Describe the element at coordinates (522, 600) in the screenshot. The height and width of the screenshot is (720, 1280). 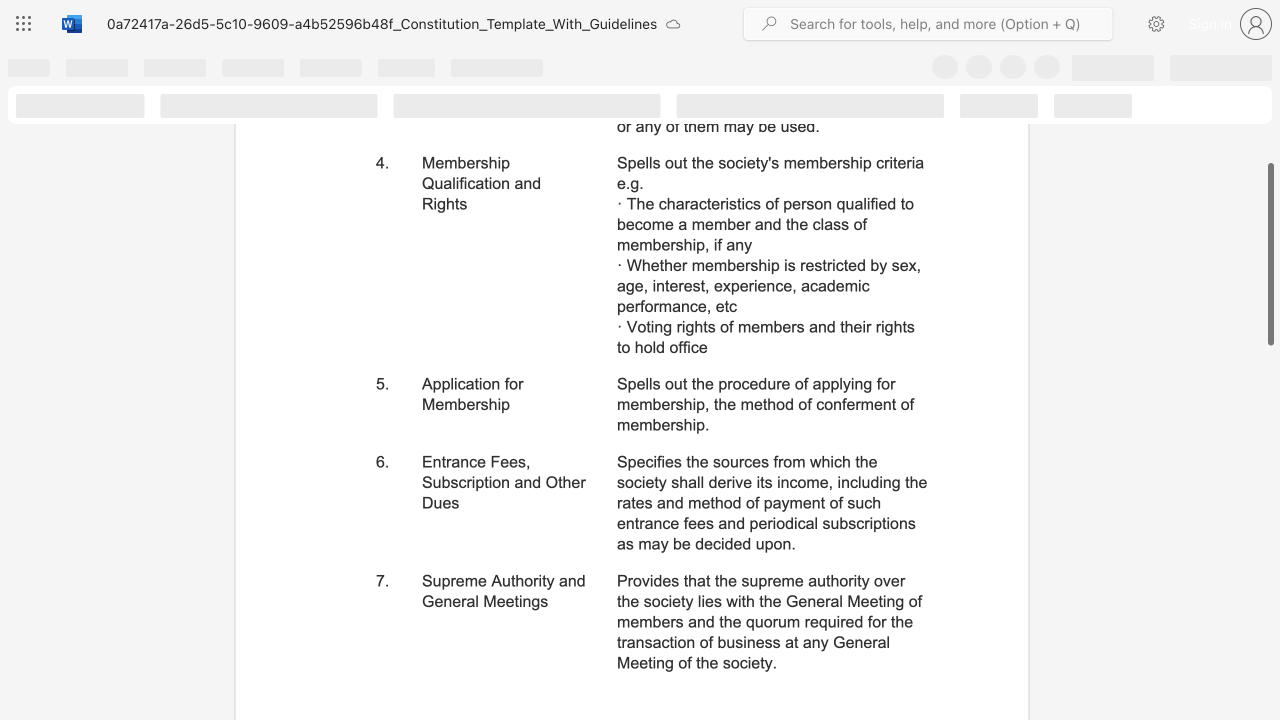
I see `the subset text "ng" within the text "Supreme Authority and General Meetings"` at that location.